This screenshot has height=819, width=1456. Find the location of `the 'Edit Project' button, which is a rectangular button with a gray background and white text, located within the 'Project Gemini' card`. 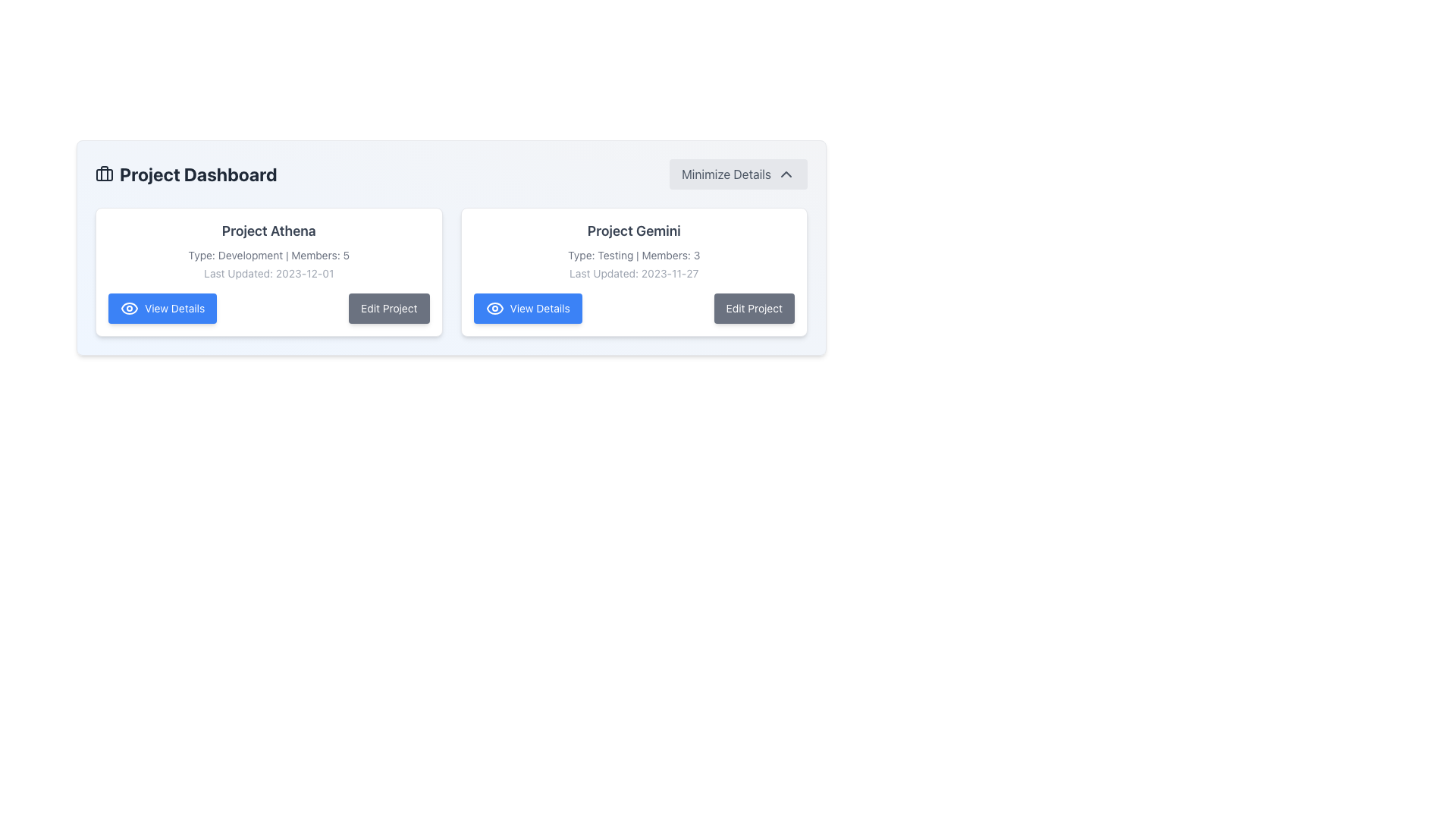

the 'Edit Project' button, which is a rectangular button with a gray background and white text, located within the 'Project Gemini' card is located at coordinates (754, 308).